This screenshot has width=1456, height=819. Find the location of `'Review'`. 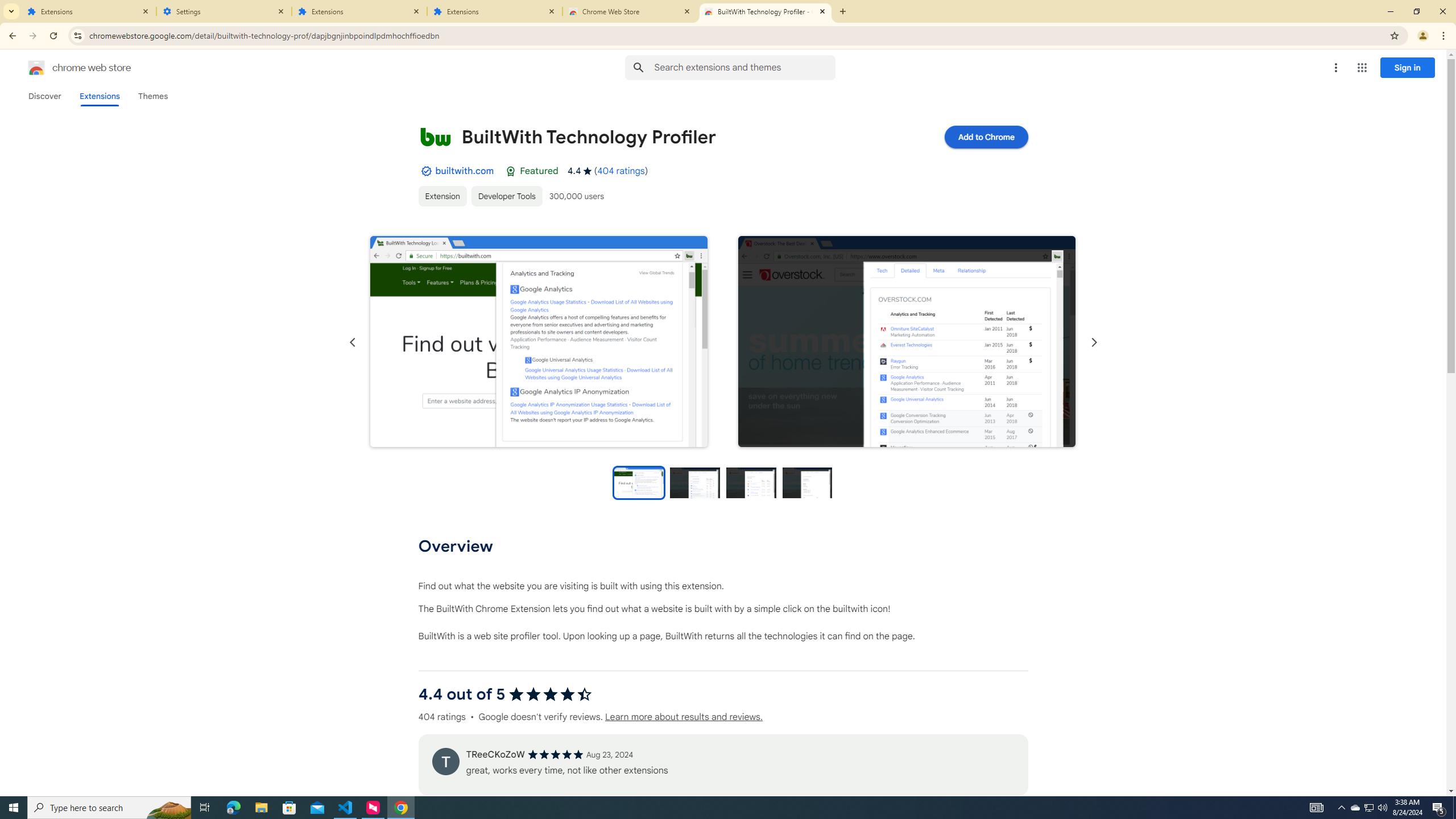

'Review' is located at coordinates (445, 760).